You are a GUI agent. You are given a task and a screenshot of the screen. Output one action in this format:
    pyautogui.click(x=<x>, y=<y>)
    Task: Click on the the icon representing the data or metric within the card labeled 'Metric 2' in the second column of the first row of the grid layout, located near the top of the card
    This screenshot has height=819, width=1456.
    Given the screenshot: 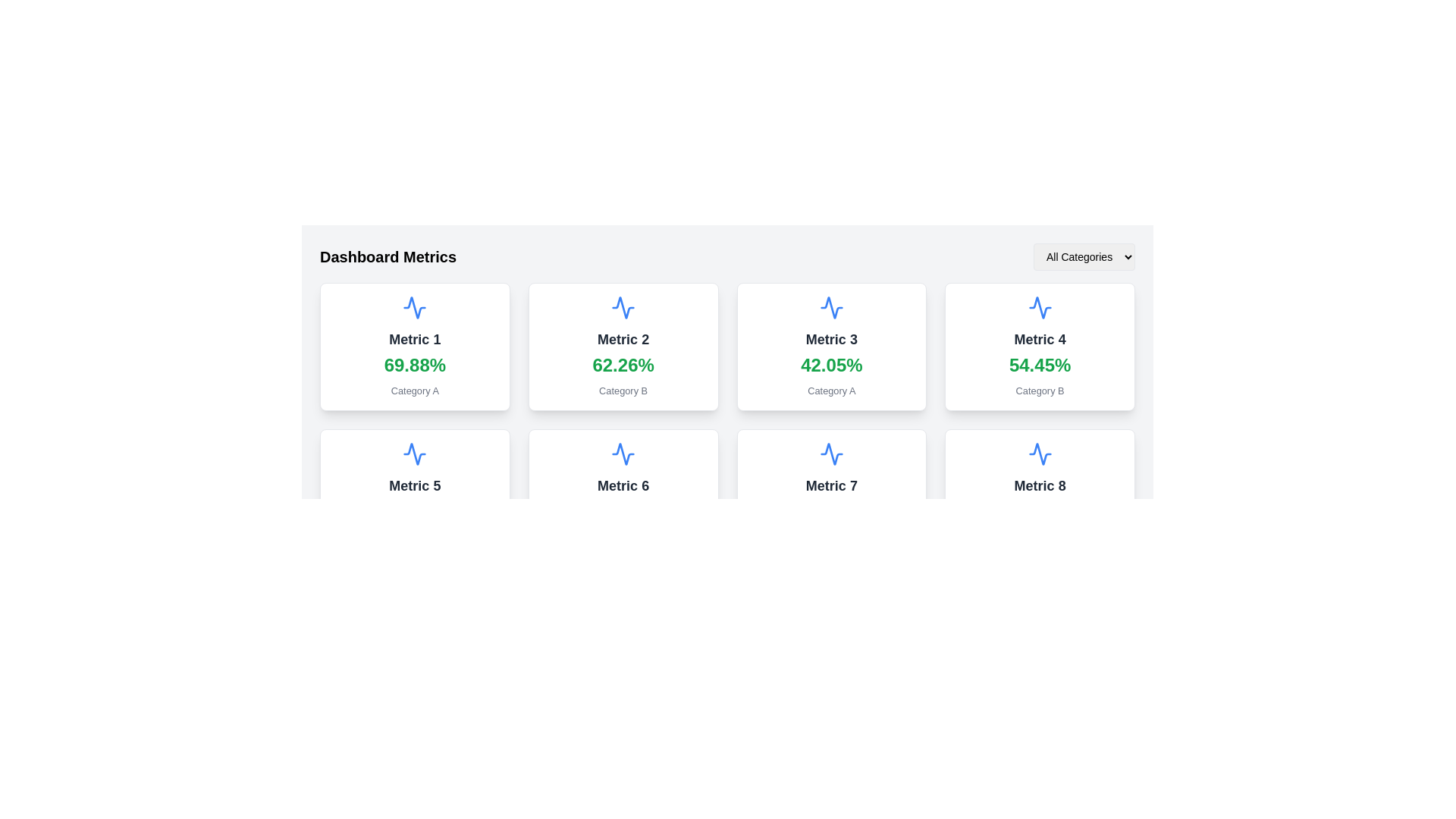 What is the action you would take?
    pyautogui.click(x=623, y=307)
    